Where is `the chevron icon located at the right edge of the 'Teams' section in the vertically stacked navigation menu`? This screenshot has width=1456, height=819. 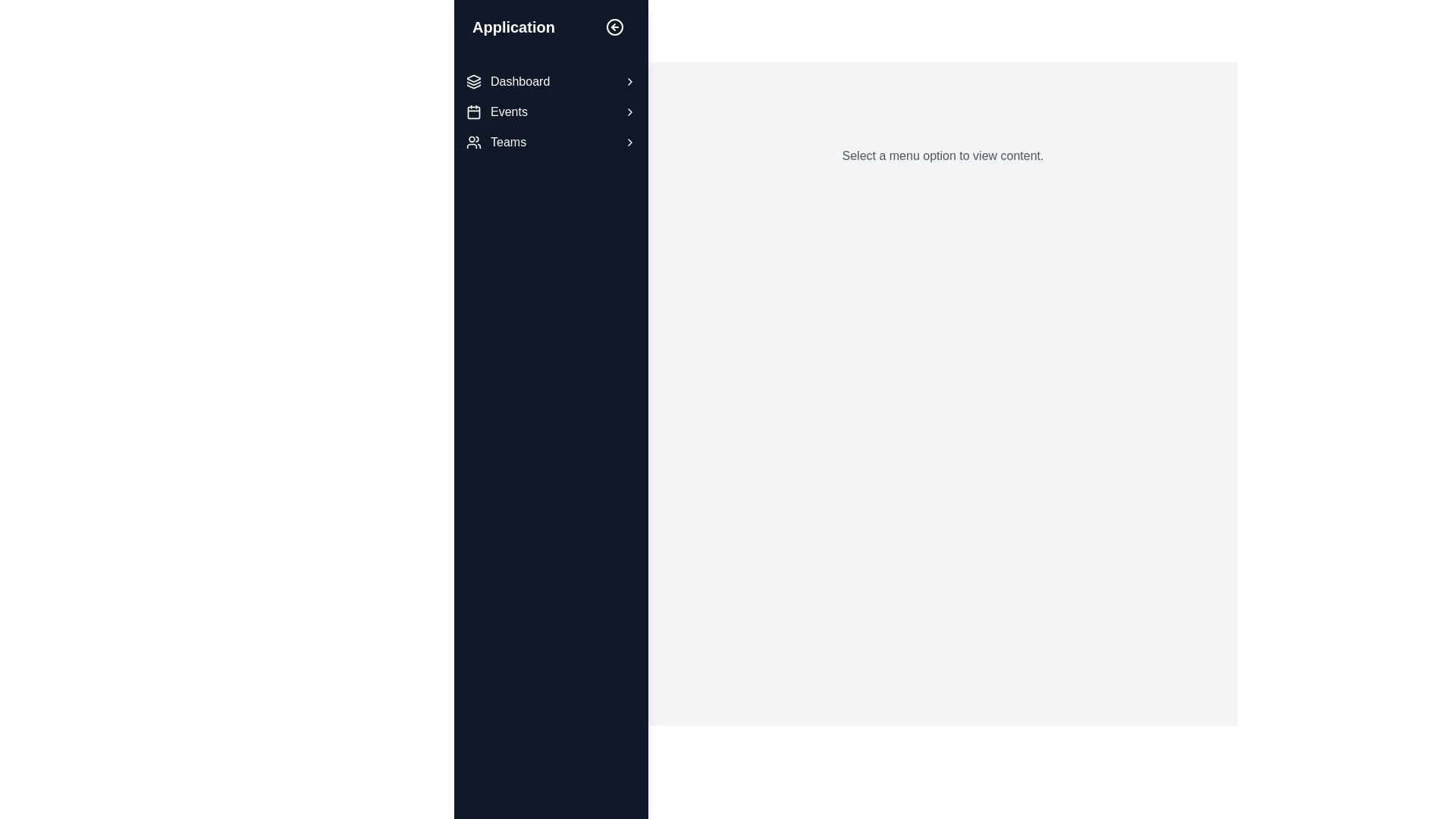
the chevron icon located at the right edge of the 'Teams' section in the vertically stacked navigation menu is located at coordinates (629, 143).